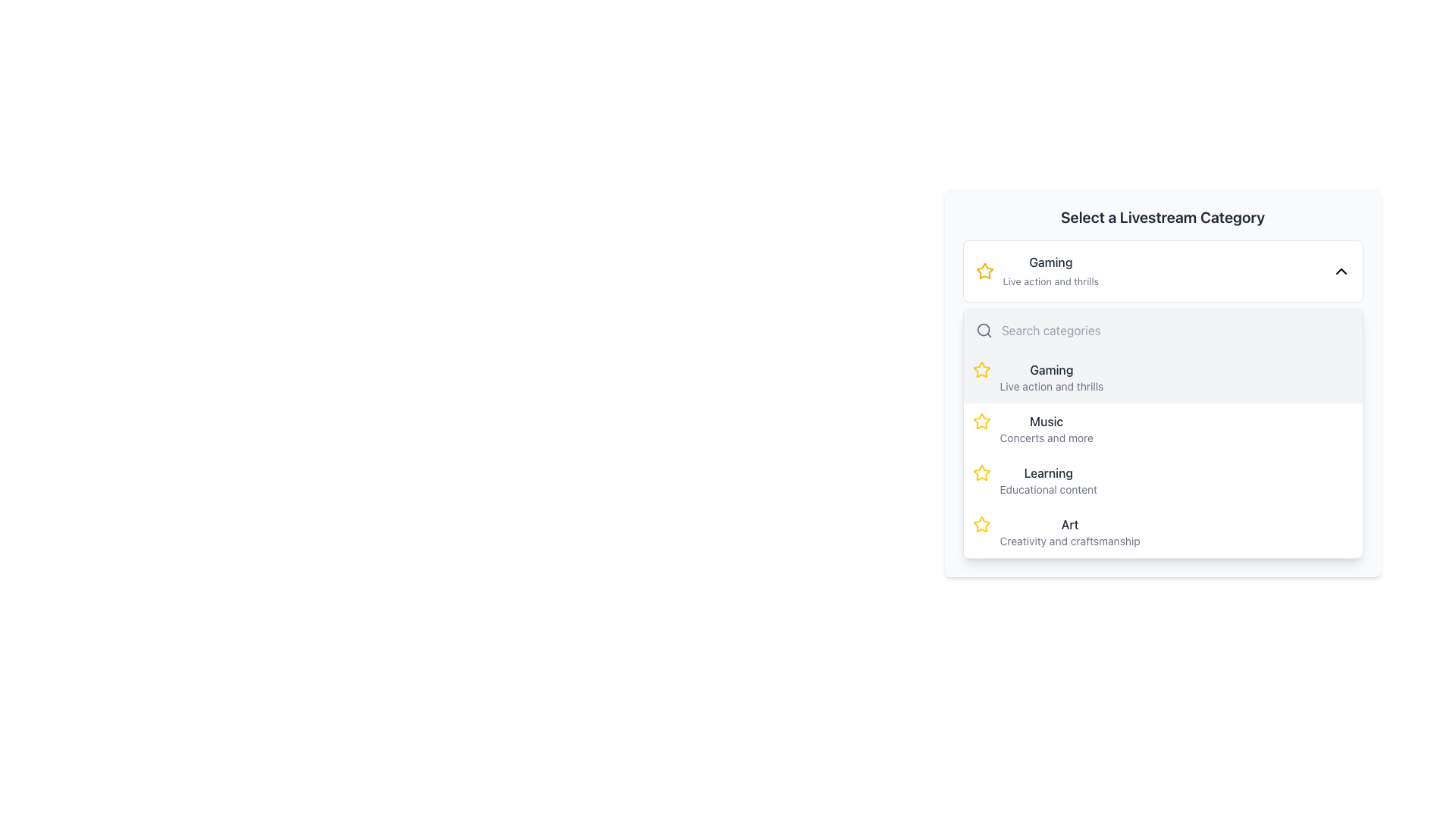 This screenshot has width=1456, height=819. Describe the element at coordinates (1047, 489) in the screenshot. I see `the descriptive text label that provides supplementary information for the 'Learning' category, located under the 'Select a Livestream Category' section` at that location.